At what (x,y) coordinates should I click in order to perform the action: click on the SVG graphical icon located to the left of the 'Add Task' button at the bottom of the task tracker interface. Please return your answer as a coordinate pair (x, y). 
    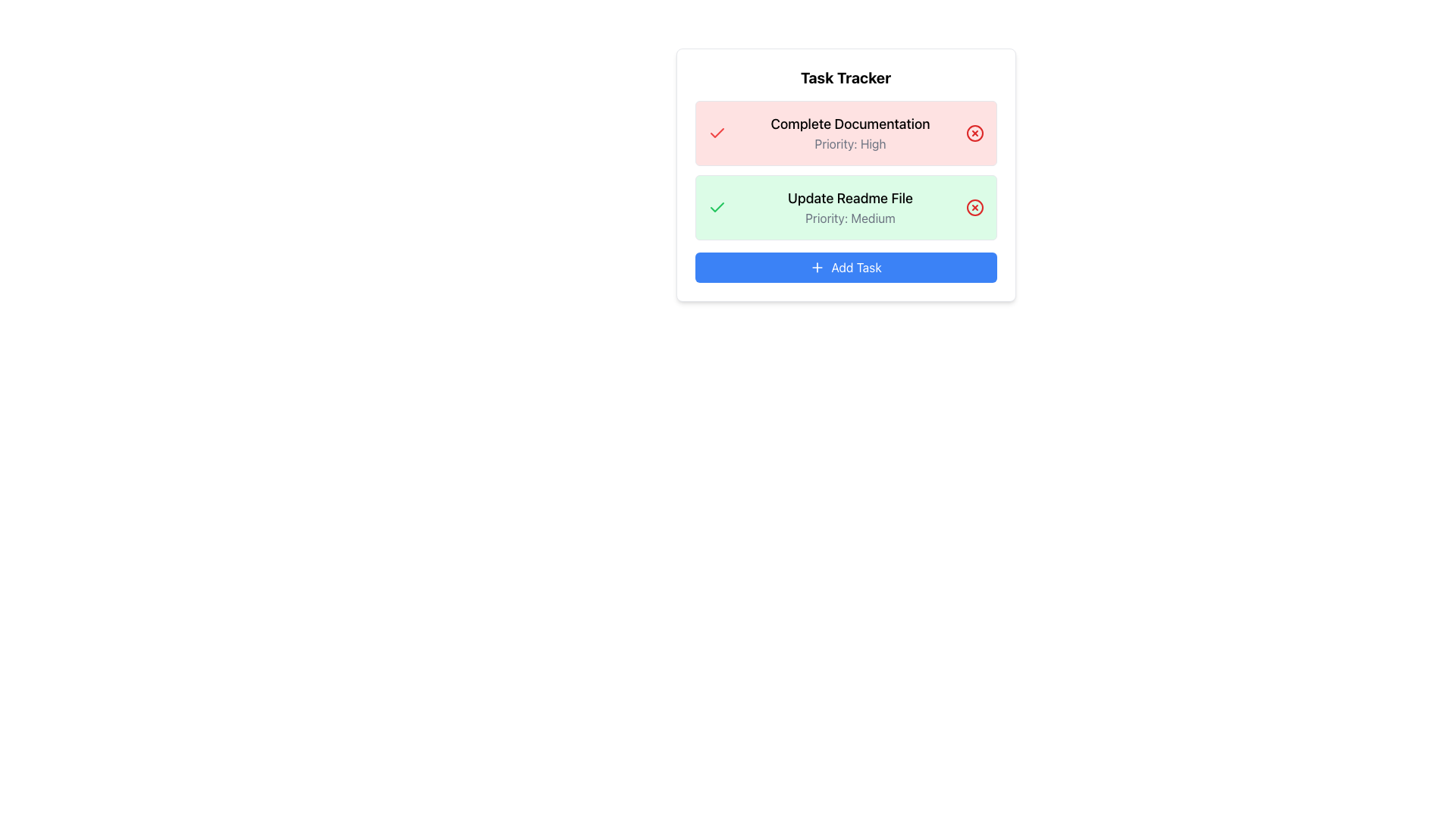
    Looking at the image, I should click on (817, 267).